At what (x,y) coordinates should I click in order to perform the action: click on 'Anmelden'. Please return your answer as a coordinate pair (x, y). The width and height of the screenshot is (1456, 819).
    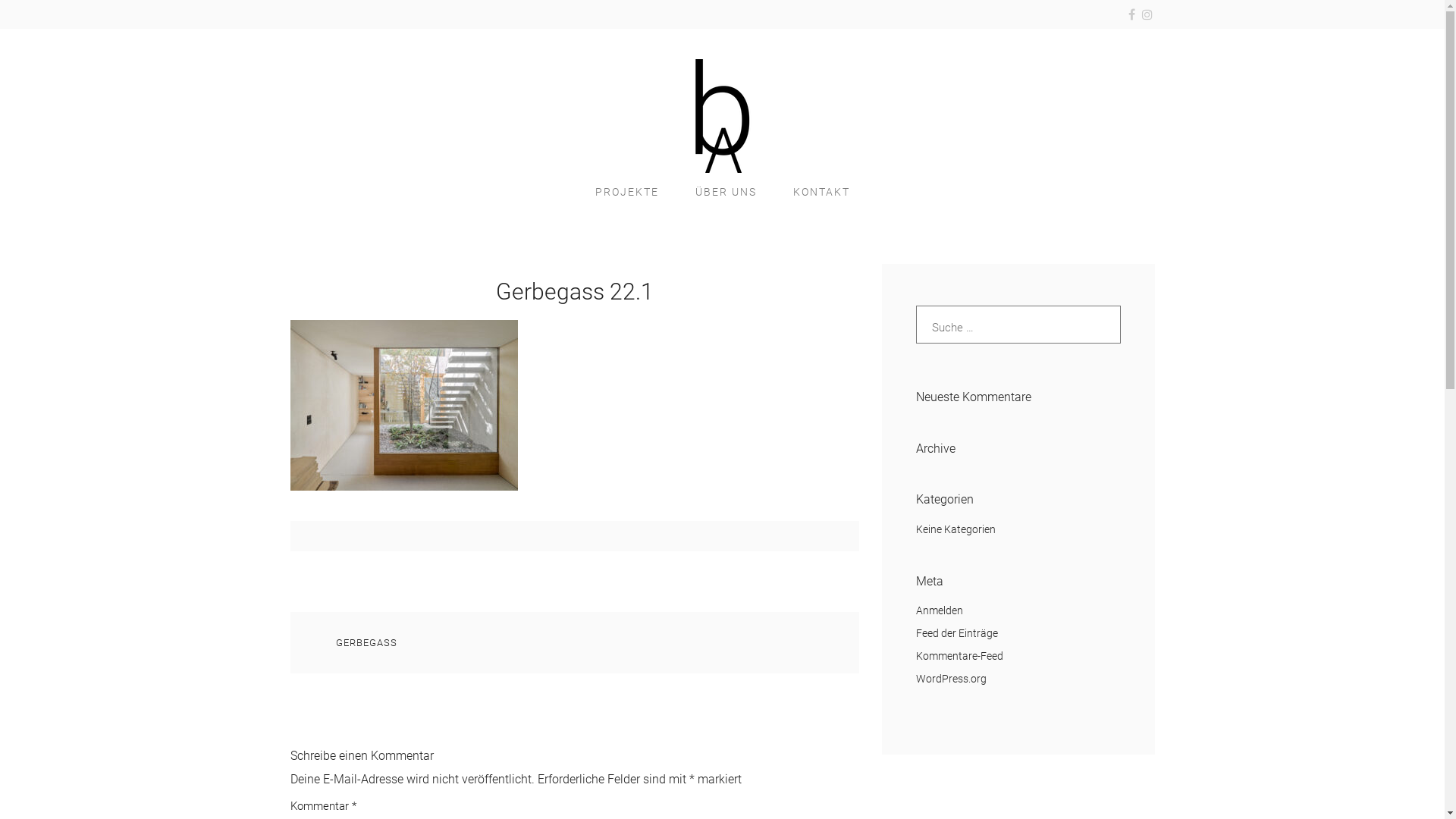
    Looking at the image, I should click on (938, 610).